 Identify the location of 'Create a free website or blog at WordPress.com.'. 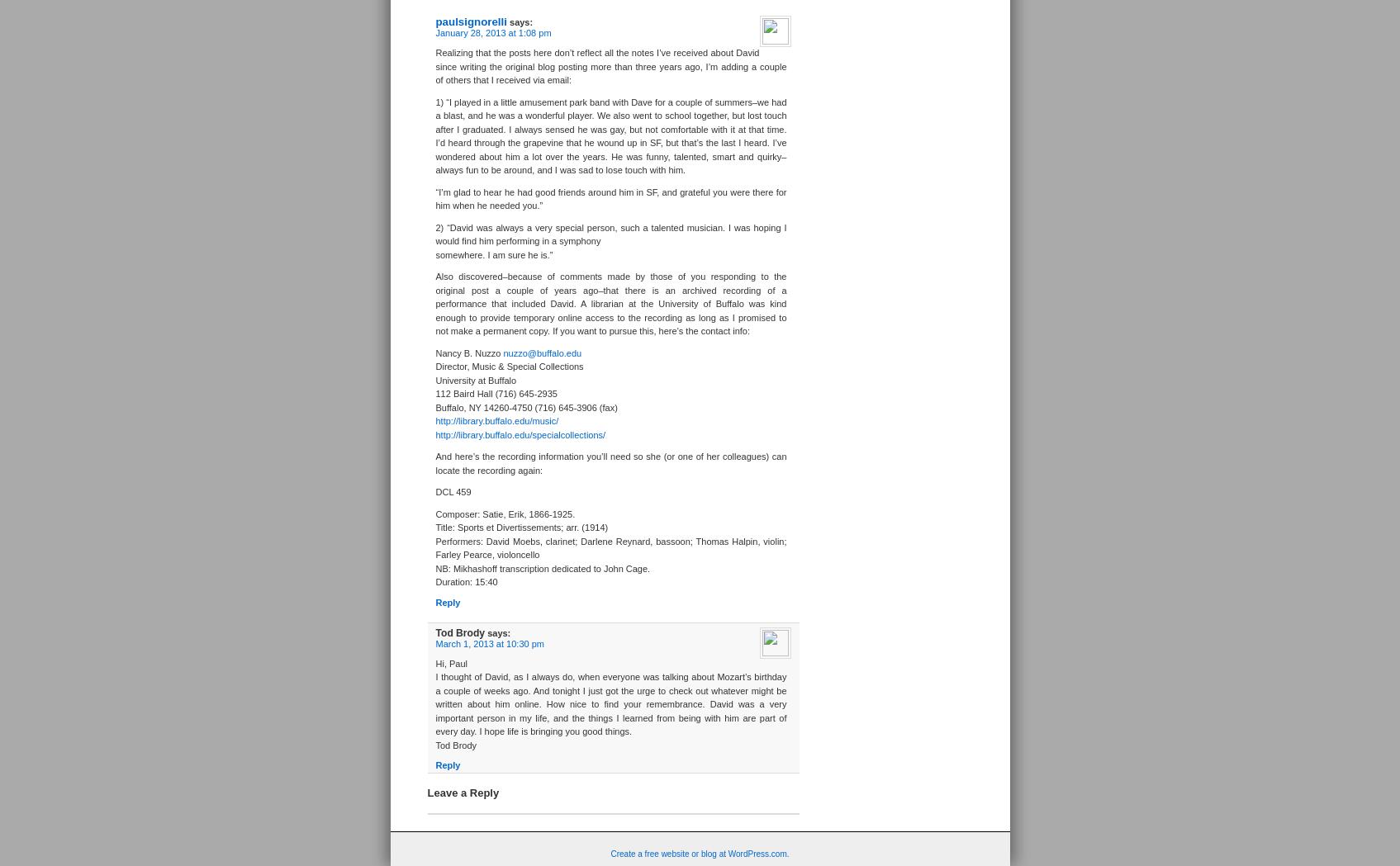
(699, 853).